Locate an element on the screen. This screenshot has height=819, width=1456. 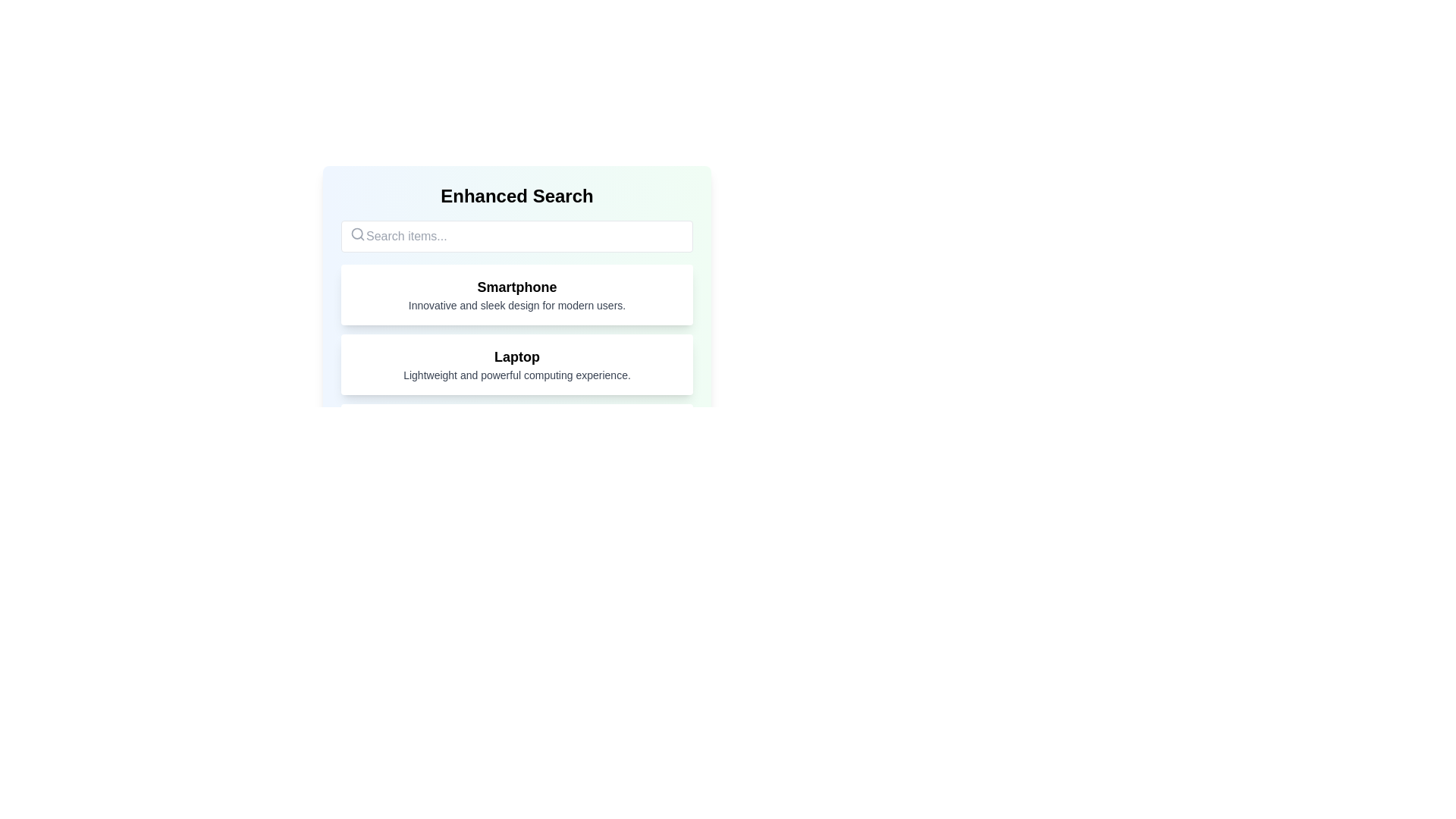
the small magnifying glass icon located to the left of the search input field in the header of the search section is located at coordinates (356, 234).